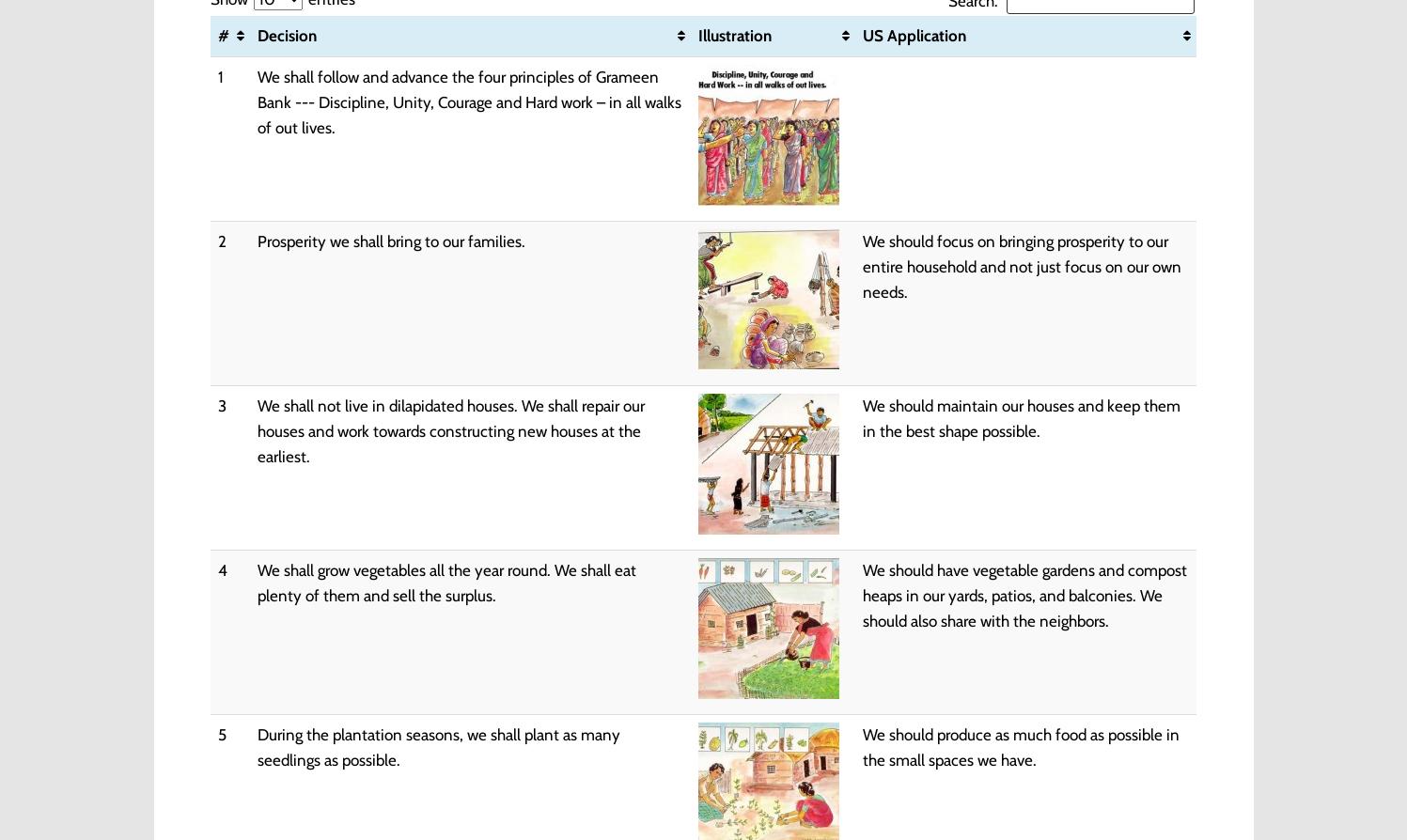  What do you see at coordinates (1020, 416) in the screenshot?
I see `'We should maintain our houses and keep them in the best shape possible.'` at bounding box center [1020, 416].